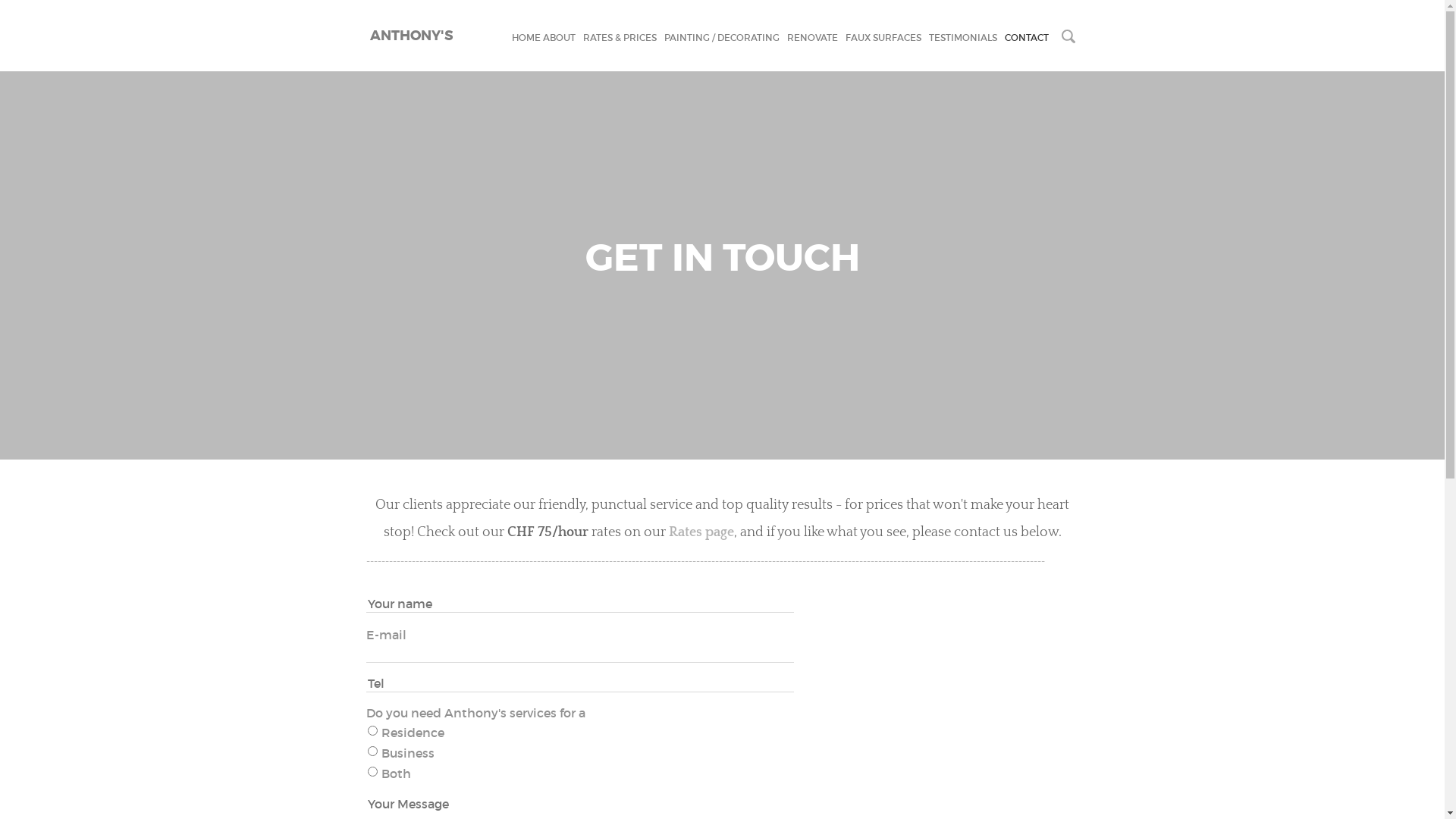 The width and height of the screenshot is (1456, 819). I want to click on 'Rates page', so click(668, 532).